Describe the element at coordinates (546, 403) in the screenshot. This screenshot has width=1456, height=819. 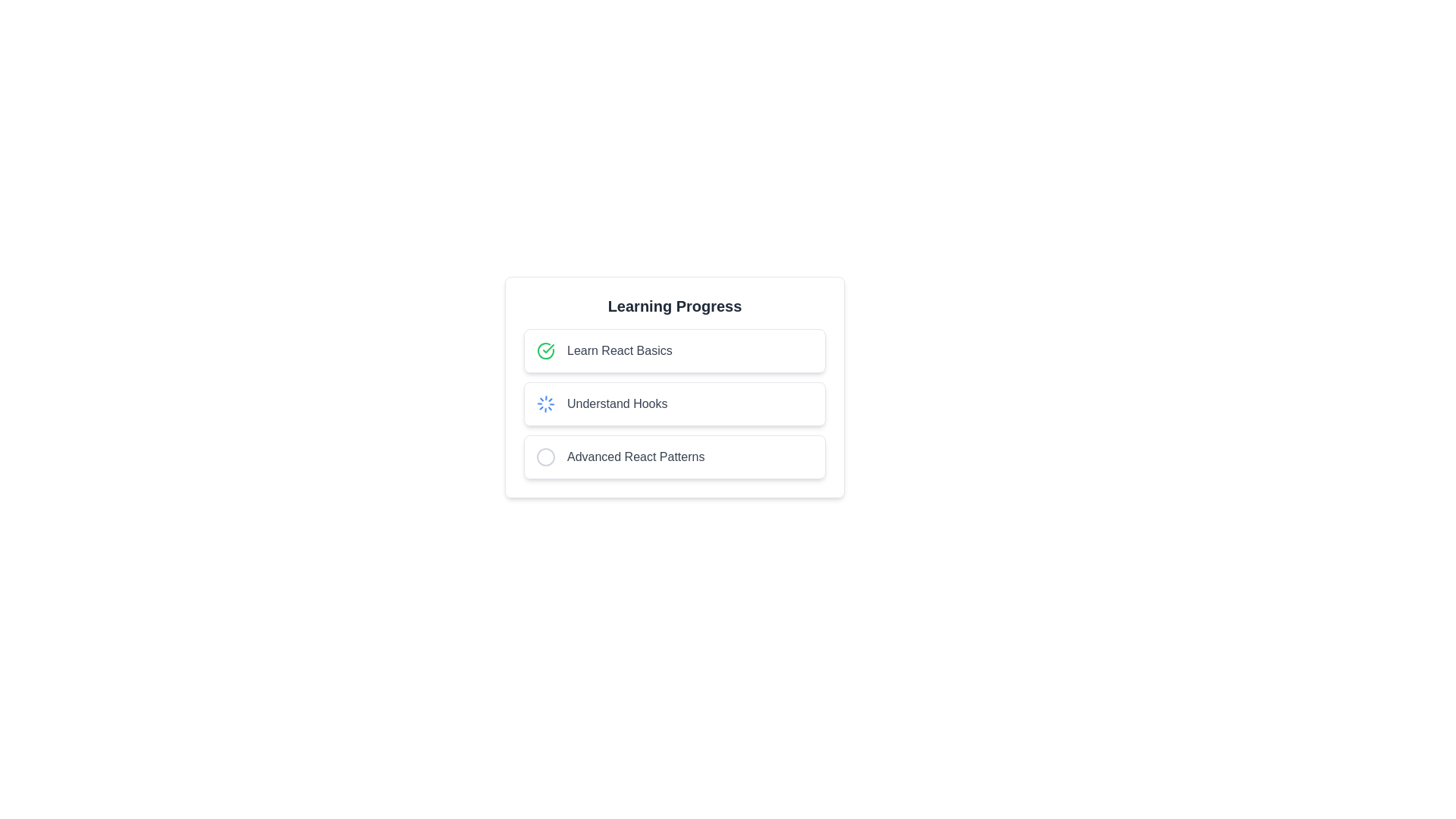
I see `the spinning loader icon indicating that the item 'Understand Hooks' is currently in progress, located to the left of the text in the 'Learning Progress' list` at that location.